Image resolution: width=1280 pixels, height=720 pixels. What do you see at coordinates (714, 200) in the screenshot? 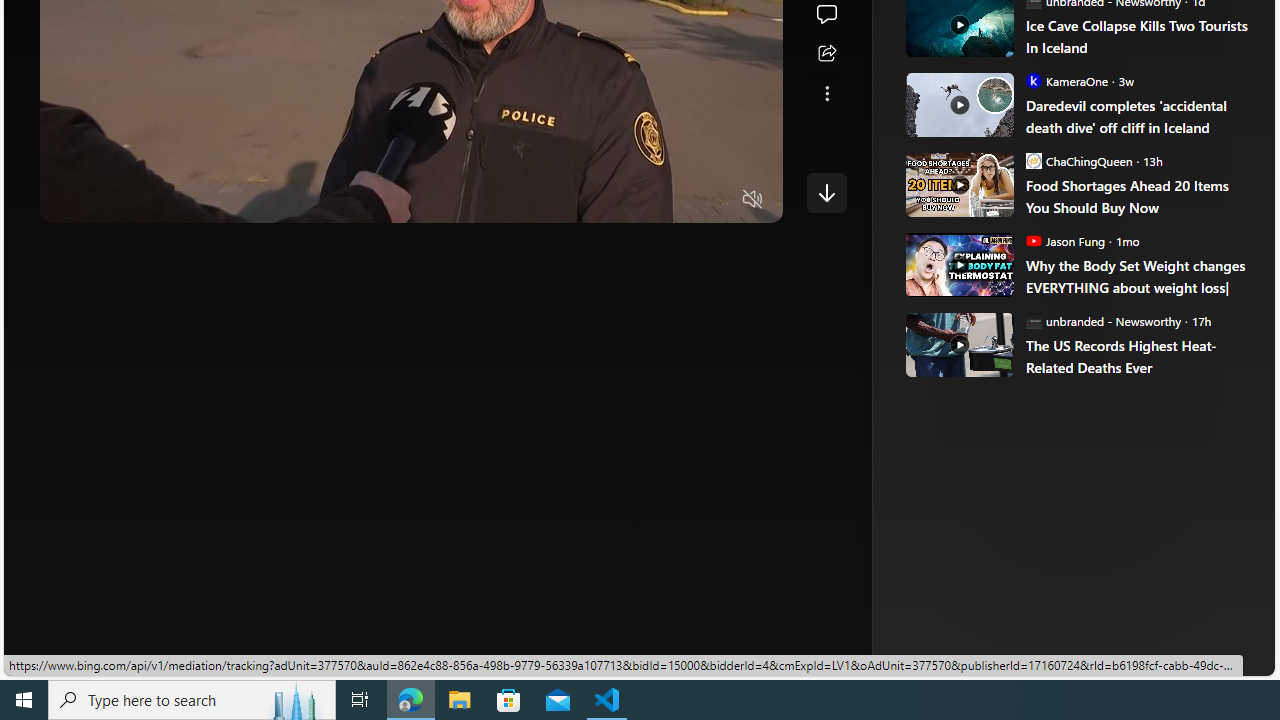
I see `'Fullscreen'` at bounding box center [714, 200].